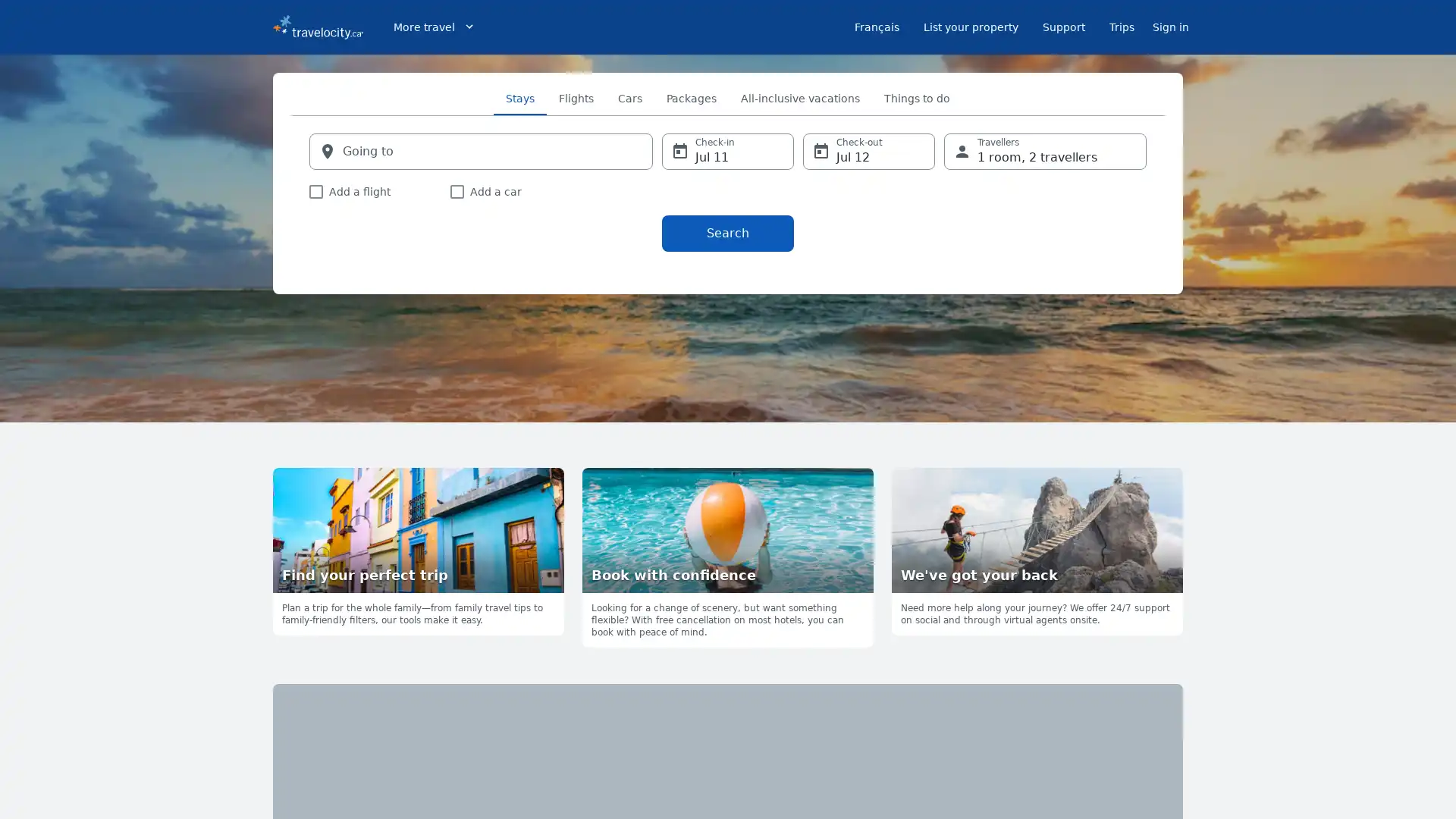 The width and height of the screenshot is (1456, 819). Describe the element at coordinates (433, 27) in the screenshot. I see `More travel` at that location.